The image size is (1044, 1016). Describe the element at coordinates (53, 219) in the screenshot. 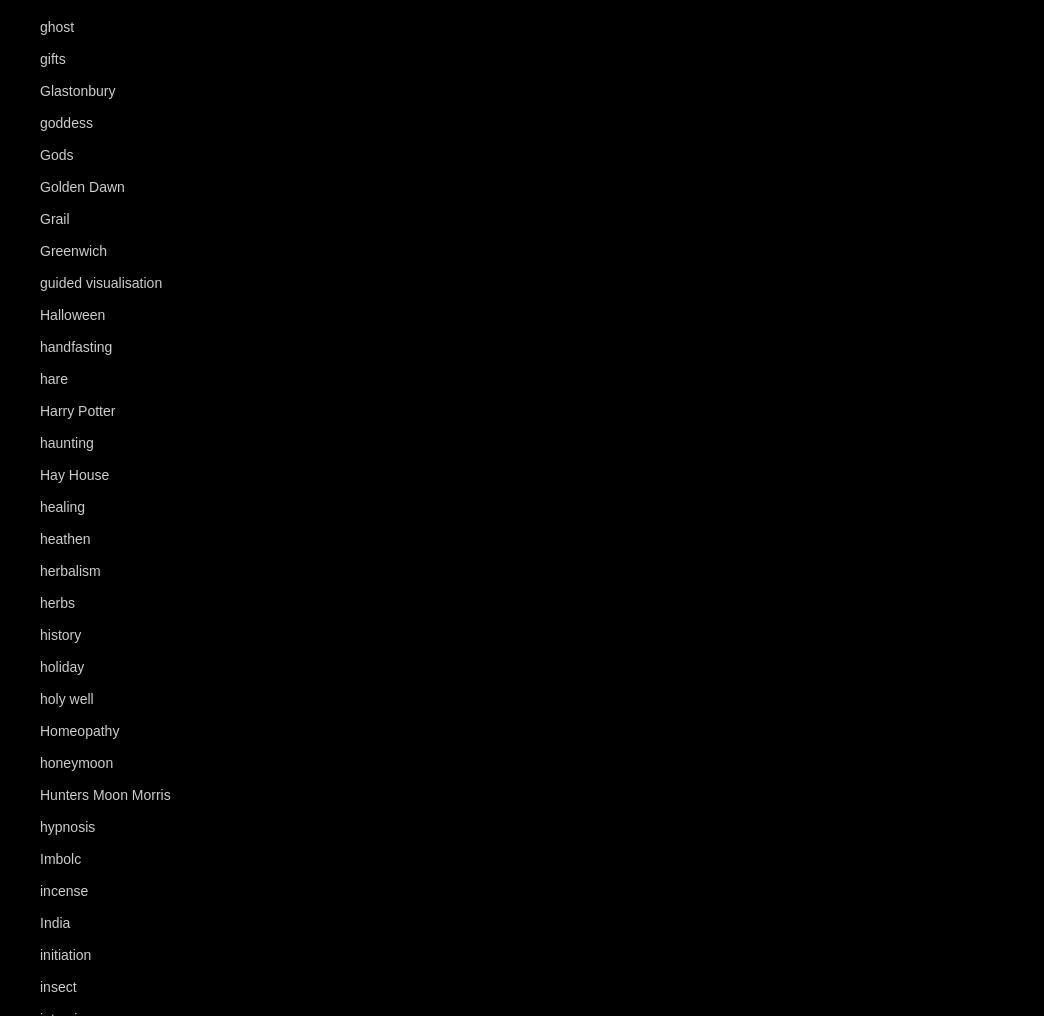

I see `'Grail'` at that location.